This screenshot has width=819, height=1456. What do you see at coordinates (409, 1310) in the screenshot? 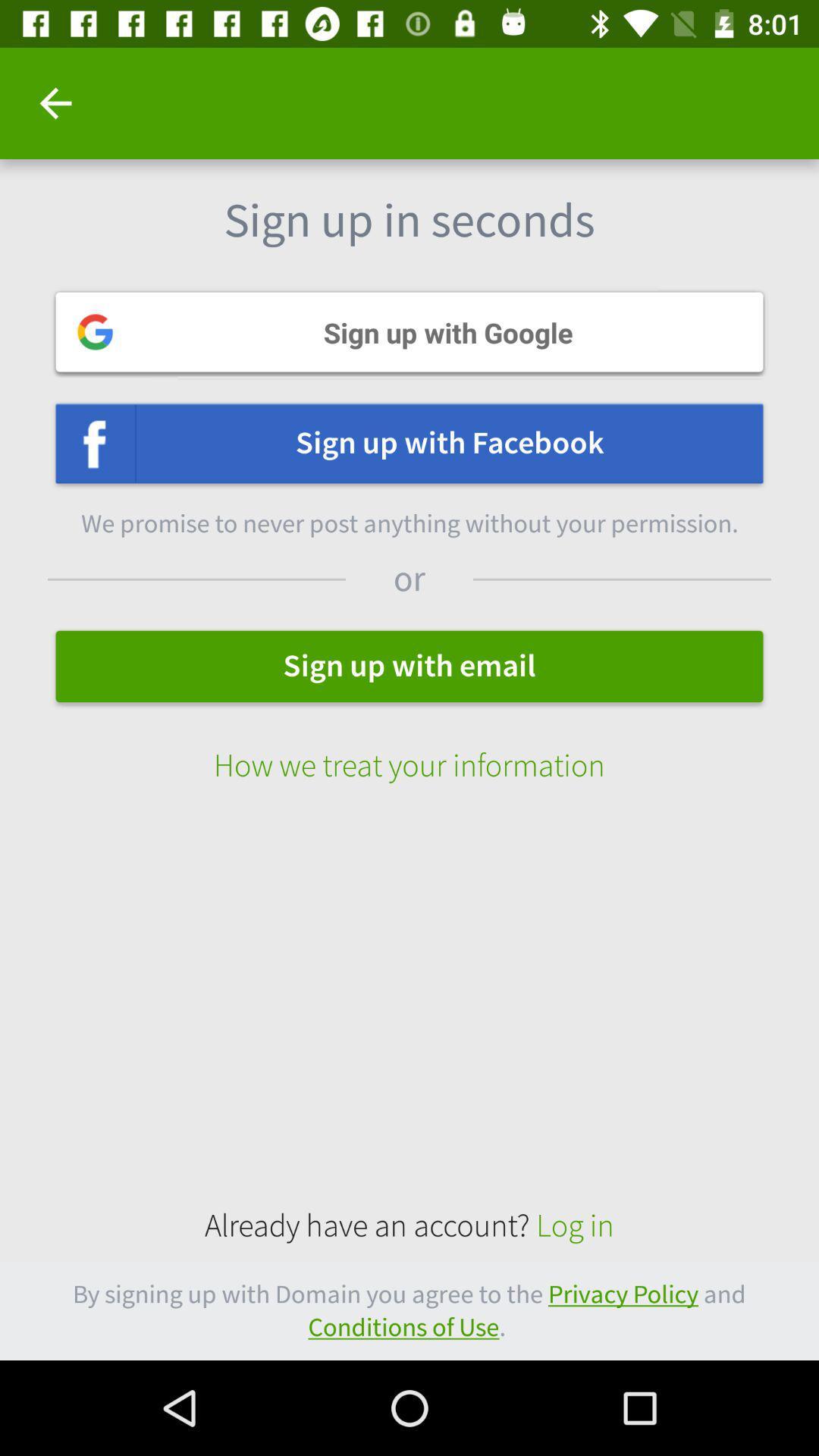
I see `the item below the already have an item` at bounding box center [409, 1310].